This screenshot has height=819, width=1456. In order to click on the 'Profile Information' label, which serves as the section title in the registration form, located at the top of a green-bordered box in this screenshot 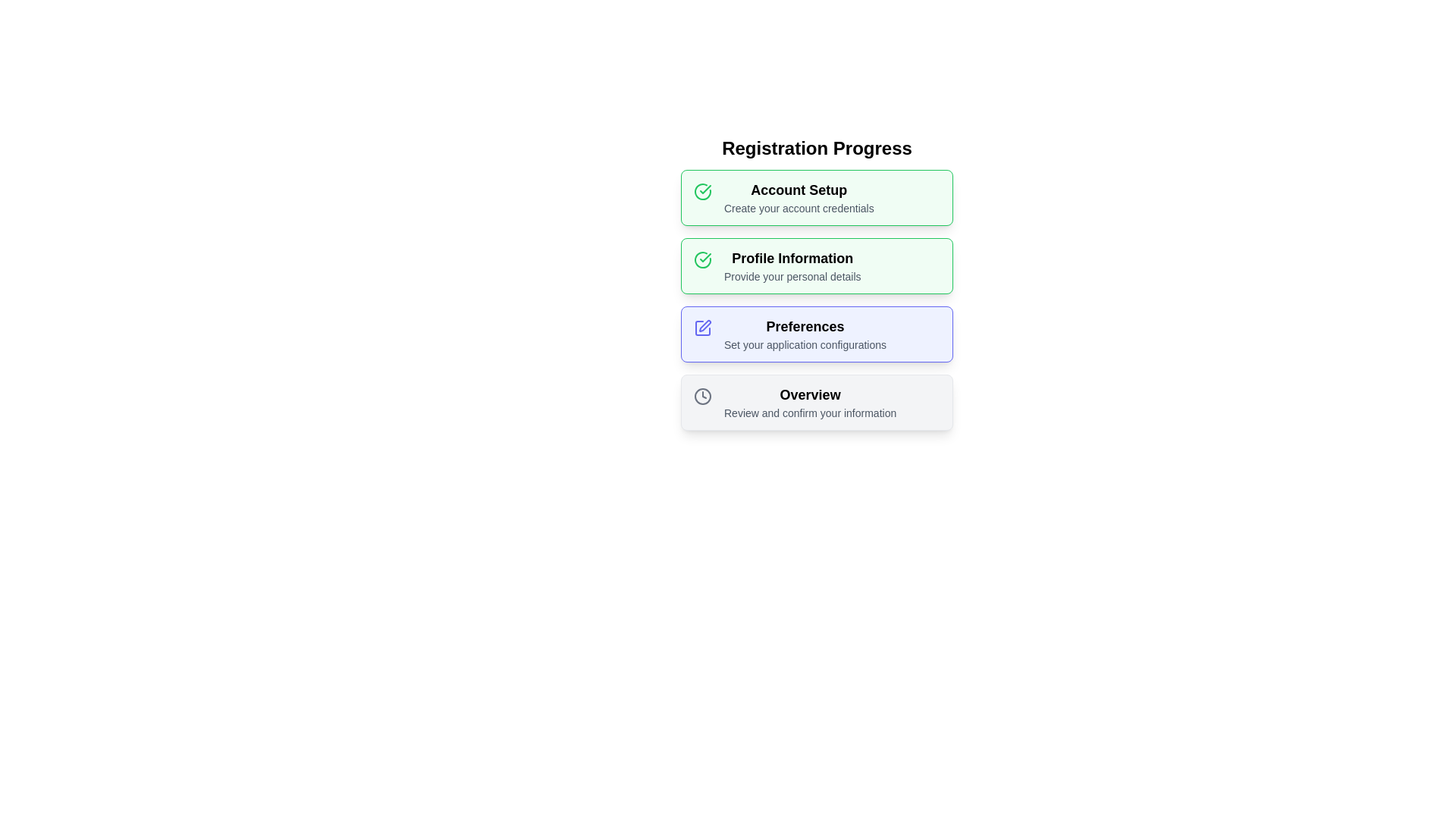, I will do `click(792, 257)`.